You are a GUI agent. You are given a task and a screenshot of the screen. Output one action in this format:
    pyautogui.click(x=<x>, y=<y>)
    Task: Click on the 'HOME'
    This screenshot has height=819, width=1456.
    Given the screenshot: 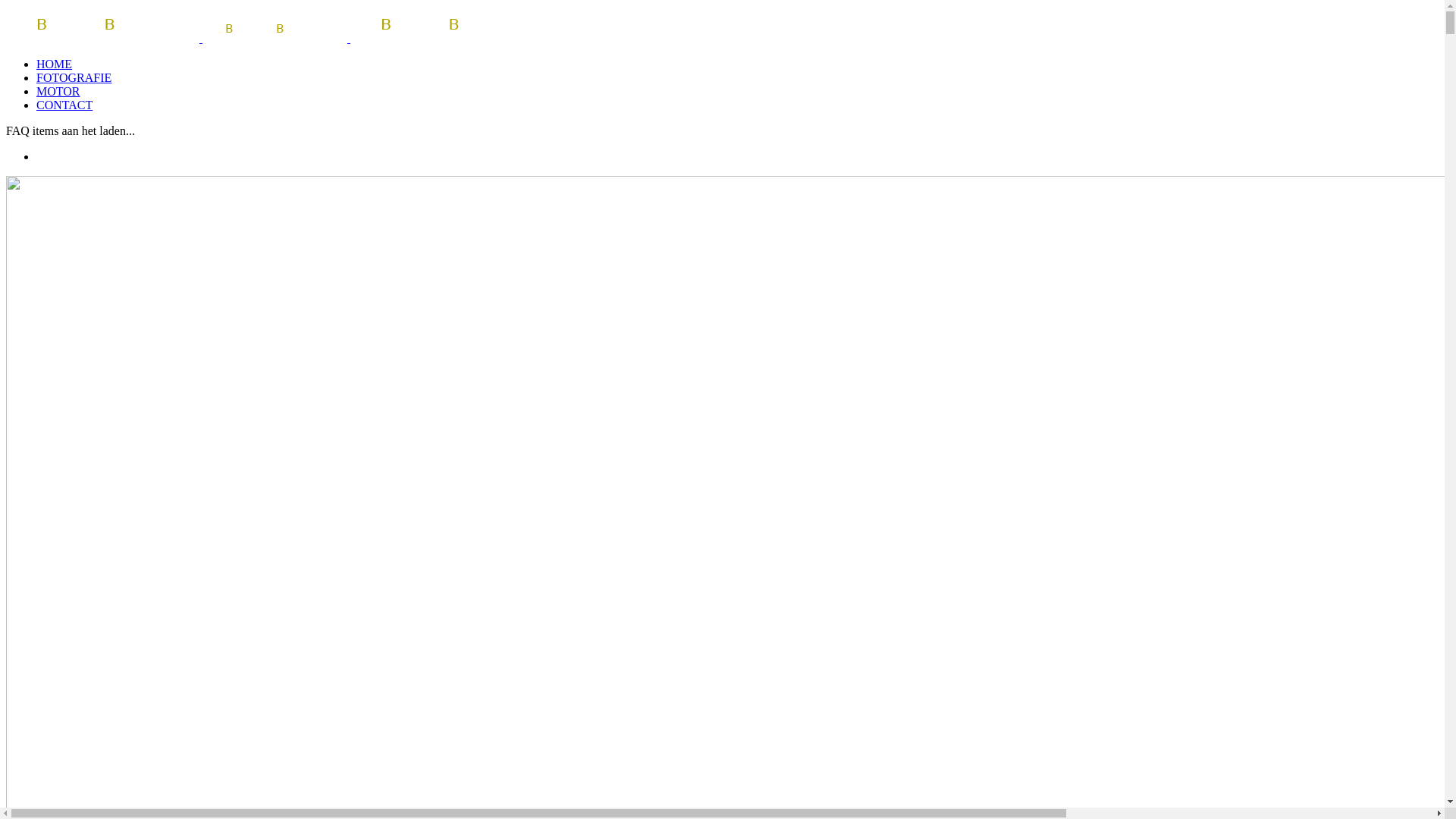 What is the action you would take?
    pyautogui.click(x=36, y=63)
    